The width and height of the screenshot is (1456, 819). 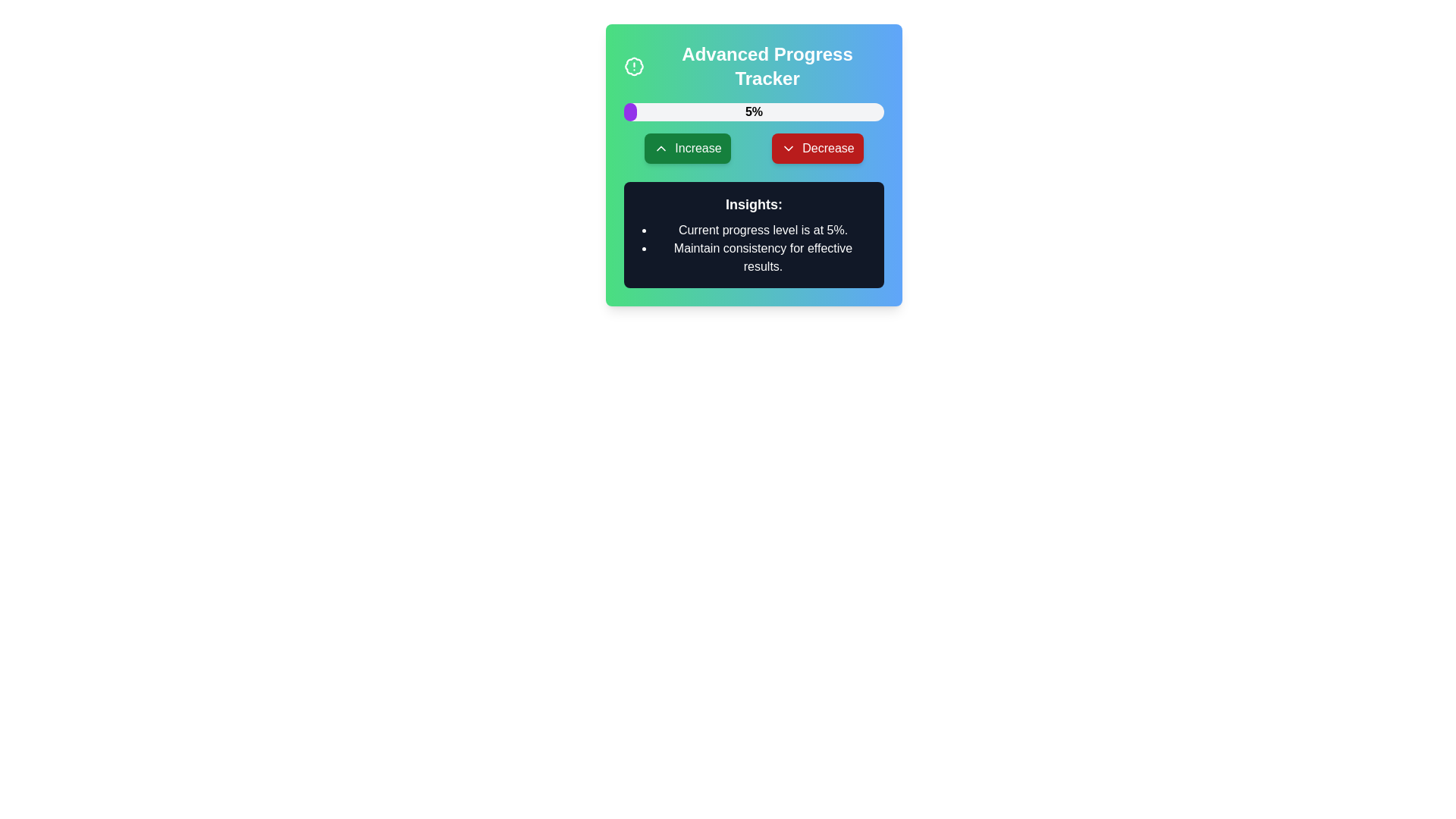 What do you see at coordinates (763, 231) in the screenshot?
I see `text displayed in the Text Label located in the black box labeled 'Insights:' which indicates the current progress level to the user` at bounding box center [763, 231].